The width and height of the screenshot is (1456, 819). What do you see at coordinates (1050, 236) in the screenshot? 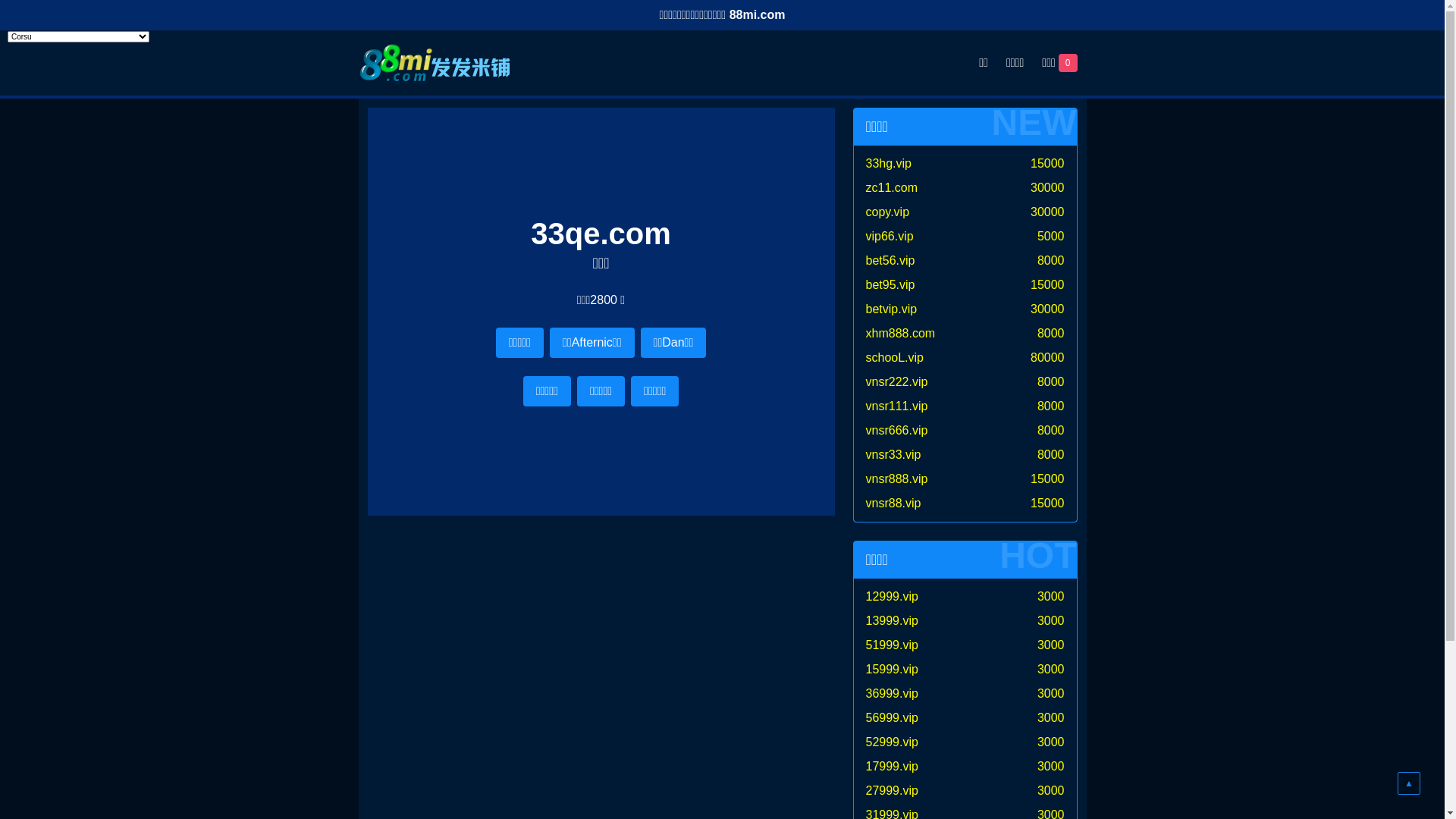
I see `'5000'` at bounding box center [1050, 236].